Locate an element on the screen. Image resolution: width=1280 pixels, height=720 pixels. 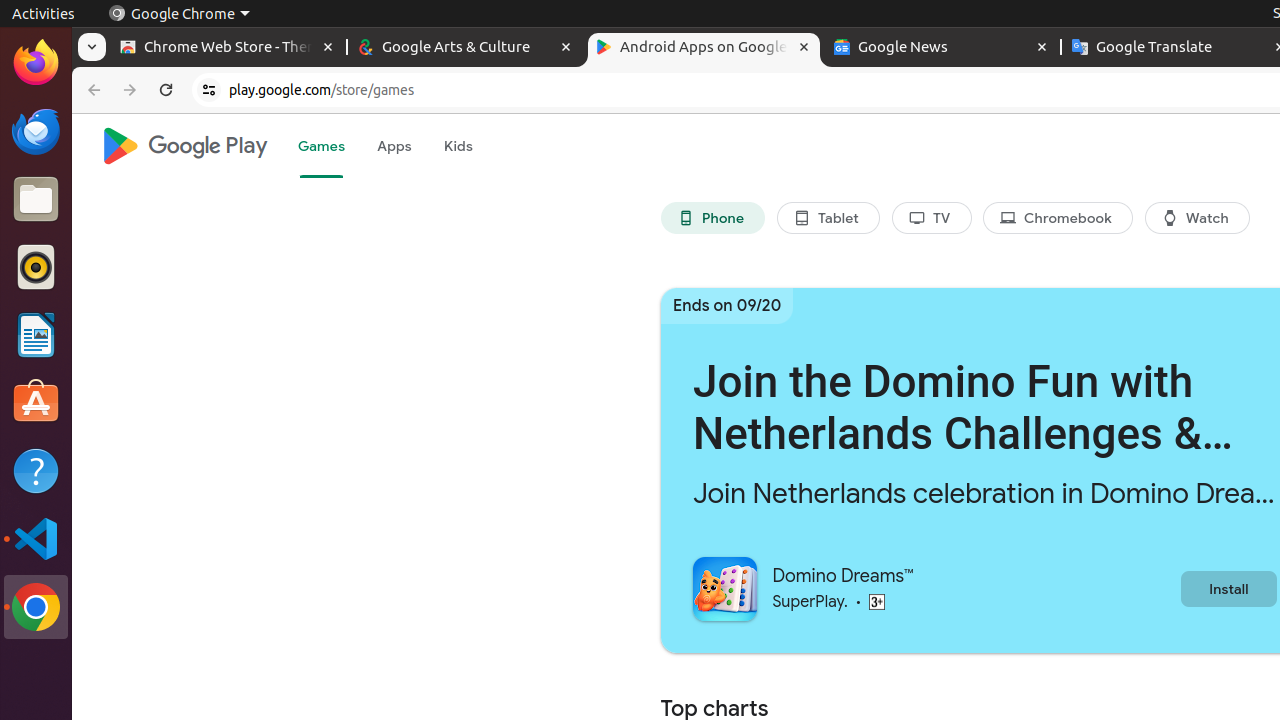
'Ubuntu Software' is located at coordinates (35, 403).